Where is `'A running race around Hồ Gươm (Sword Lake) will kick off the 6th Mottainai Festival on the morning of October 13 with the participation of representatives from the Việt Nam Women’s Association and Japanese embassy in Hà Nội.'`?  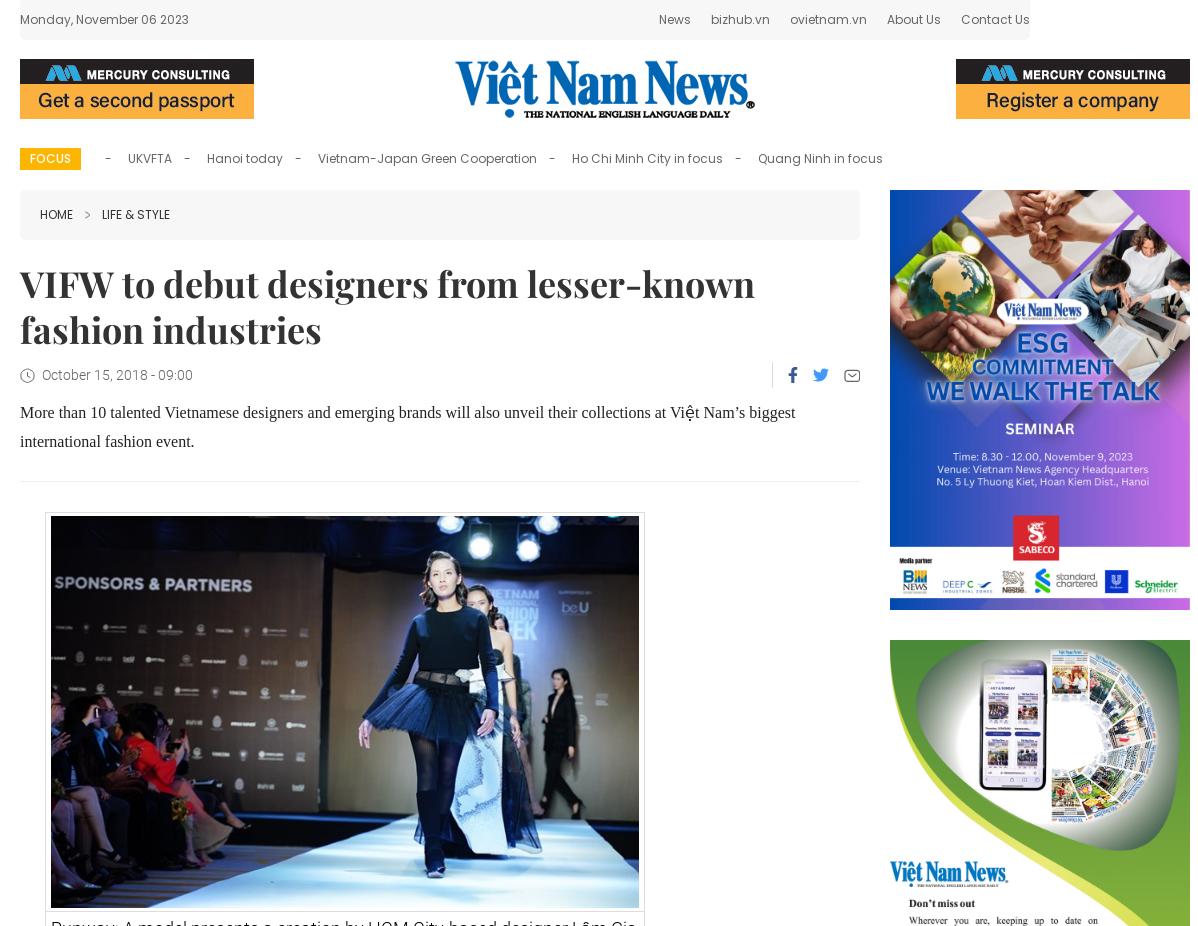 'A running race around Hồ Gươm (Sword Lake) will kick off the 6th Mottainai Festival on the morning of October 13 with the participation of representatives from the Việt Nam Women’s Association and Japanese embassy in Hà Nội.' is located at coordinates (571, 56).